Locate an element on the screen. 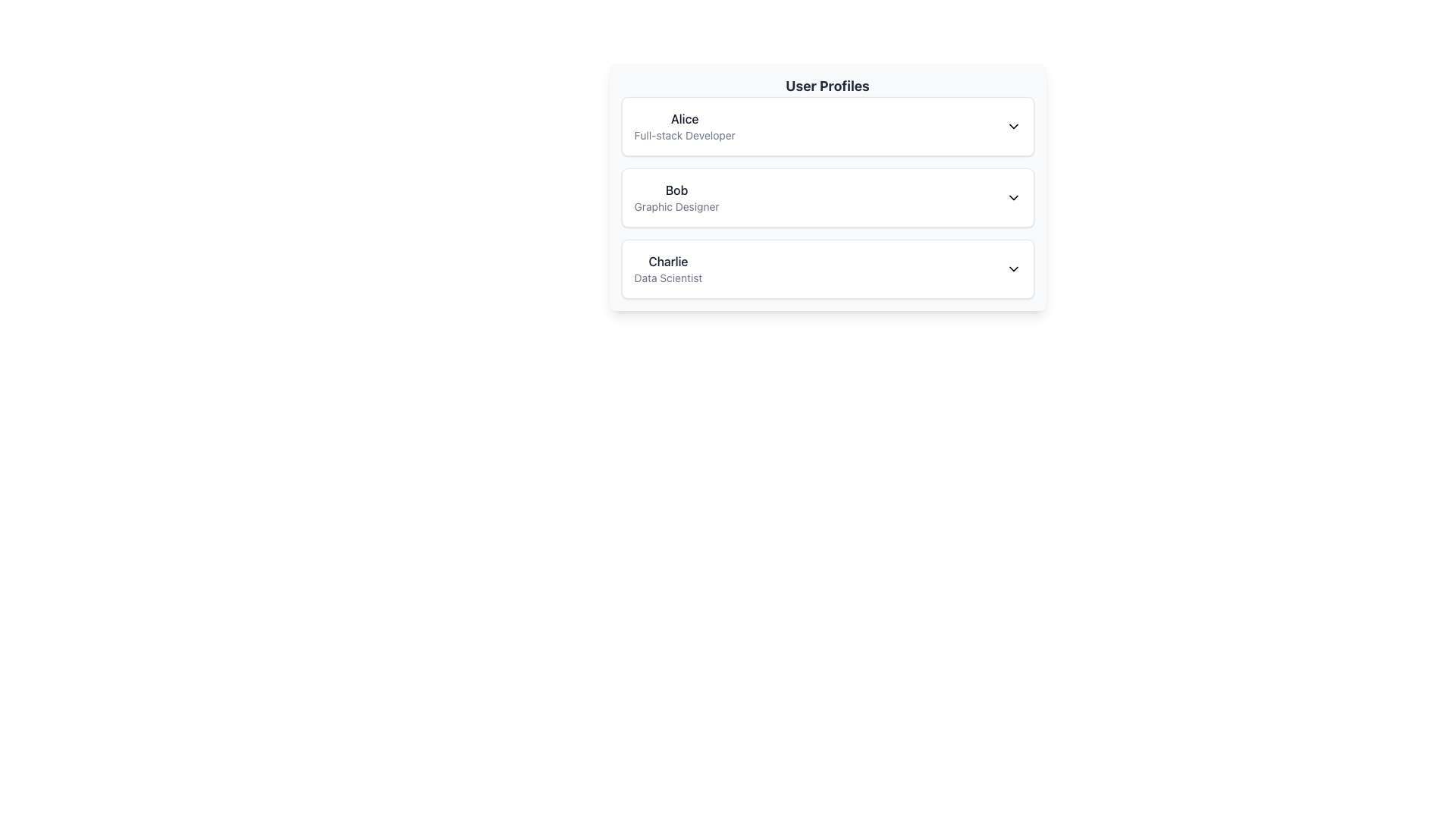  the Profile card displaying 'Bob', which is the second card in the 'User Profiles' list is located at coordinates (827, 197).